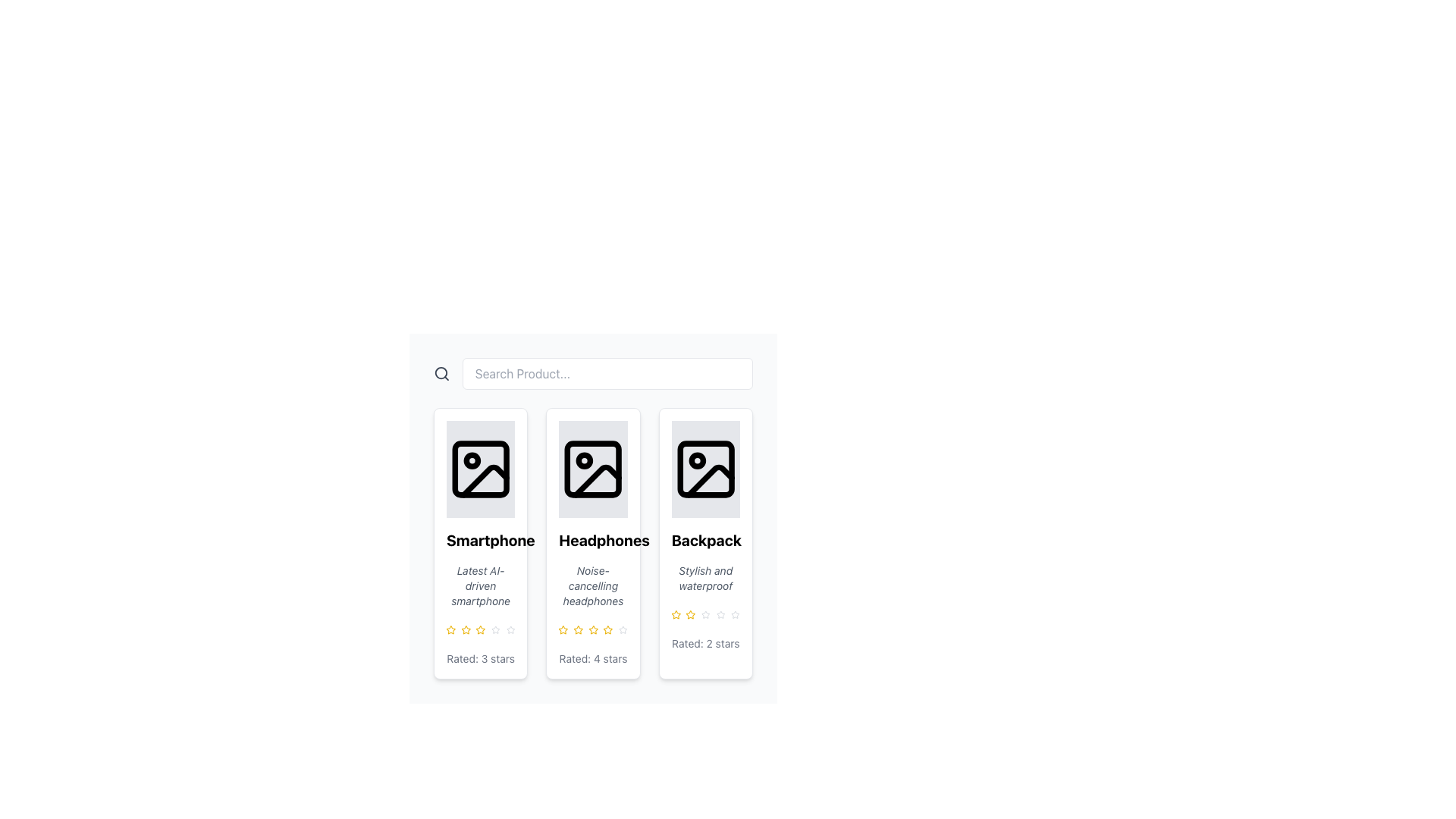  I want to click on the first product card in the grid layout, which represents a smartphone and is located at the top-left corner of the grid, so click(480, 543).